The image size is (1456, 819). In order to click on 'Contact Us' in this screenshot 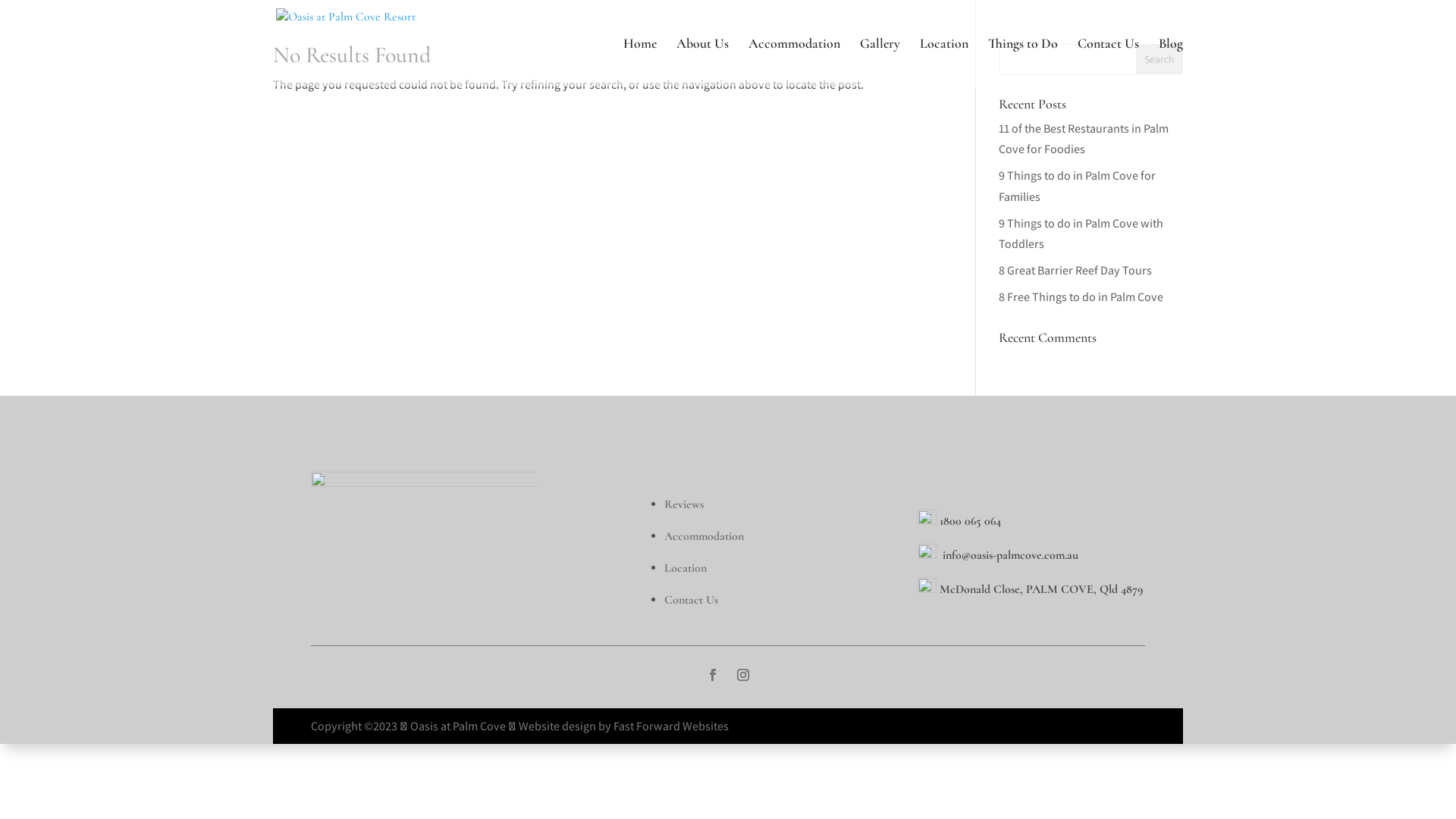, I will do `click(1108, 61)`.